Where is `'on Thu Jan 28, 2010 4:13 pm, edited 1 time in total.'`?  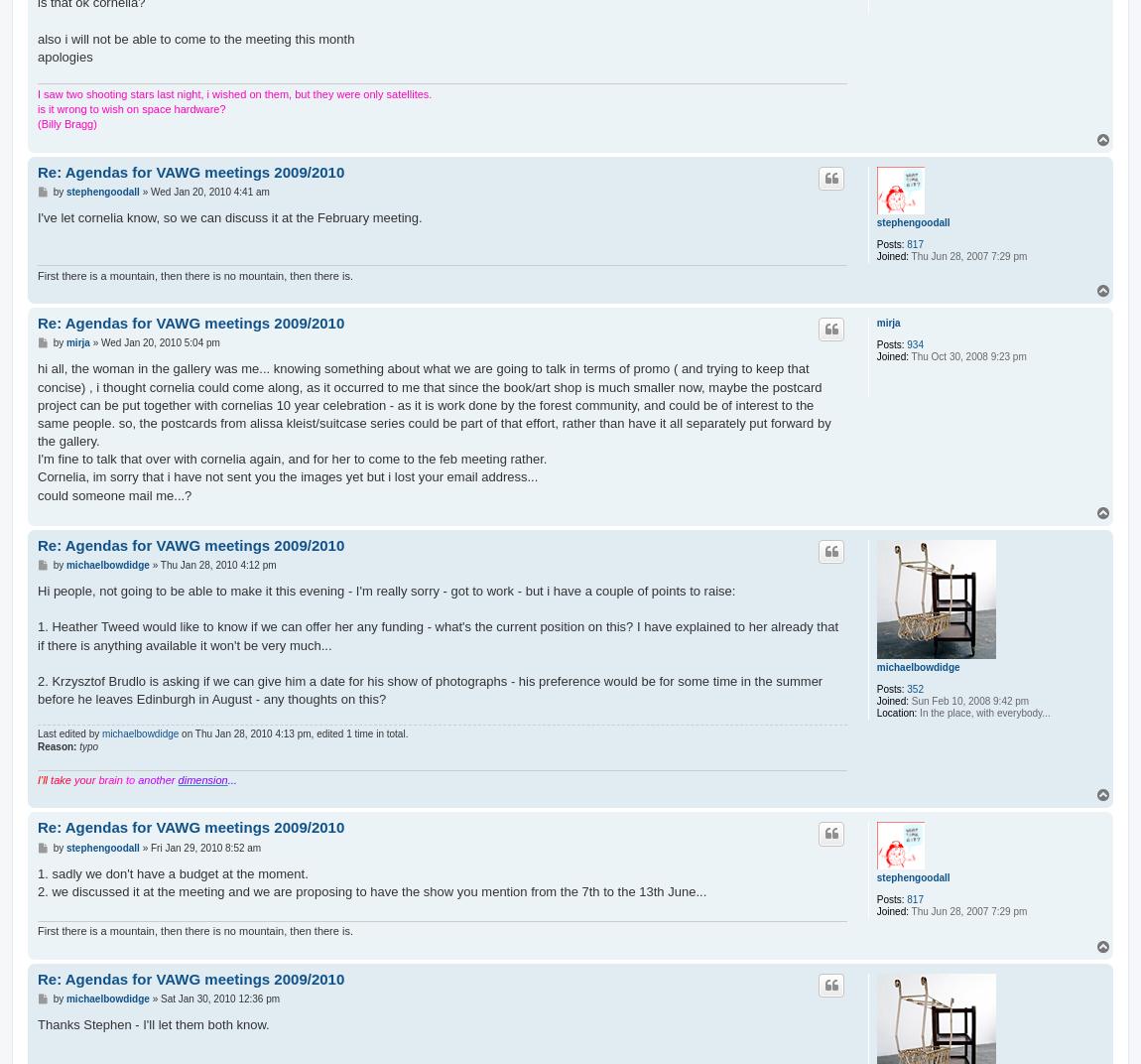
'on Thu Jan 28, 2010 4:13 pm, edited 1 time in total.' is located at coordinates (293, 733).